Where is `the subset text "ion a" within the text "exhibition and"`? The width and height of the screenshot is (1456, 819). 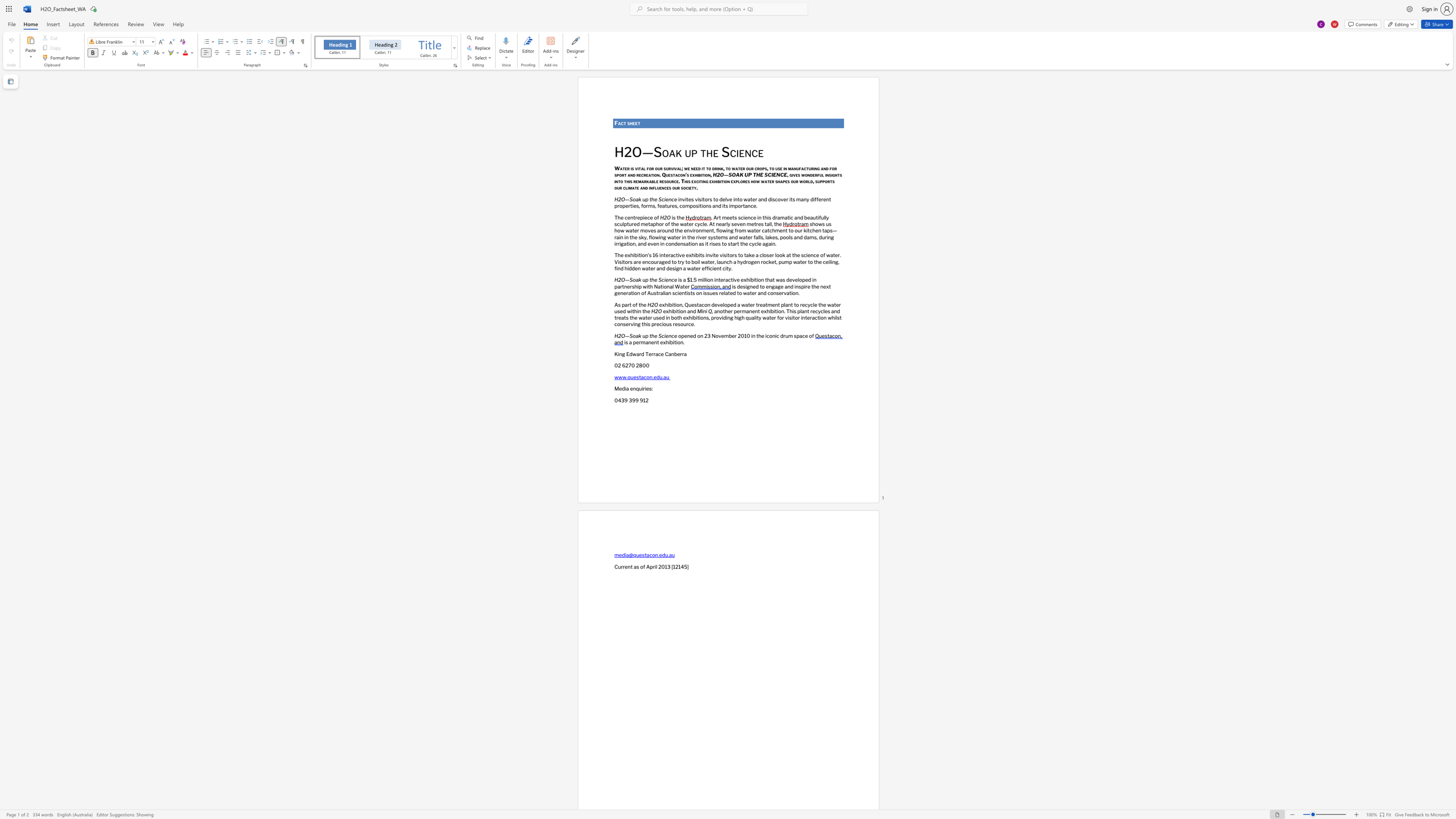 the subset text "ion a" within the text "exhibition and" is located at coordinates (678, 310).